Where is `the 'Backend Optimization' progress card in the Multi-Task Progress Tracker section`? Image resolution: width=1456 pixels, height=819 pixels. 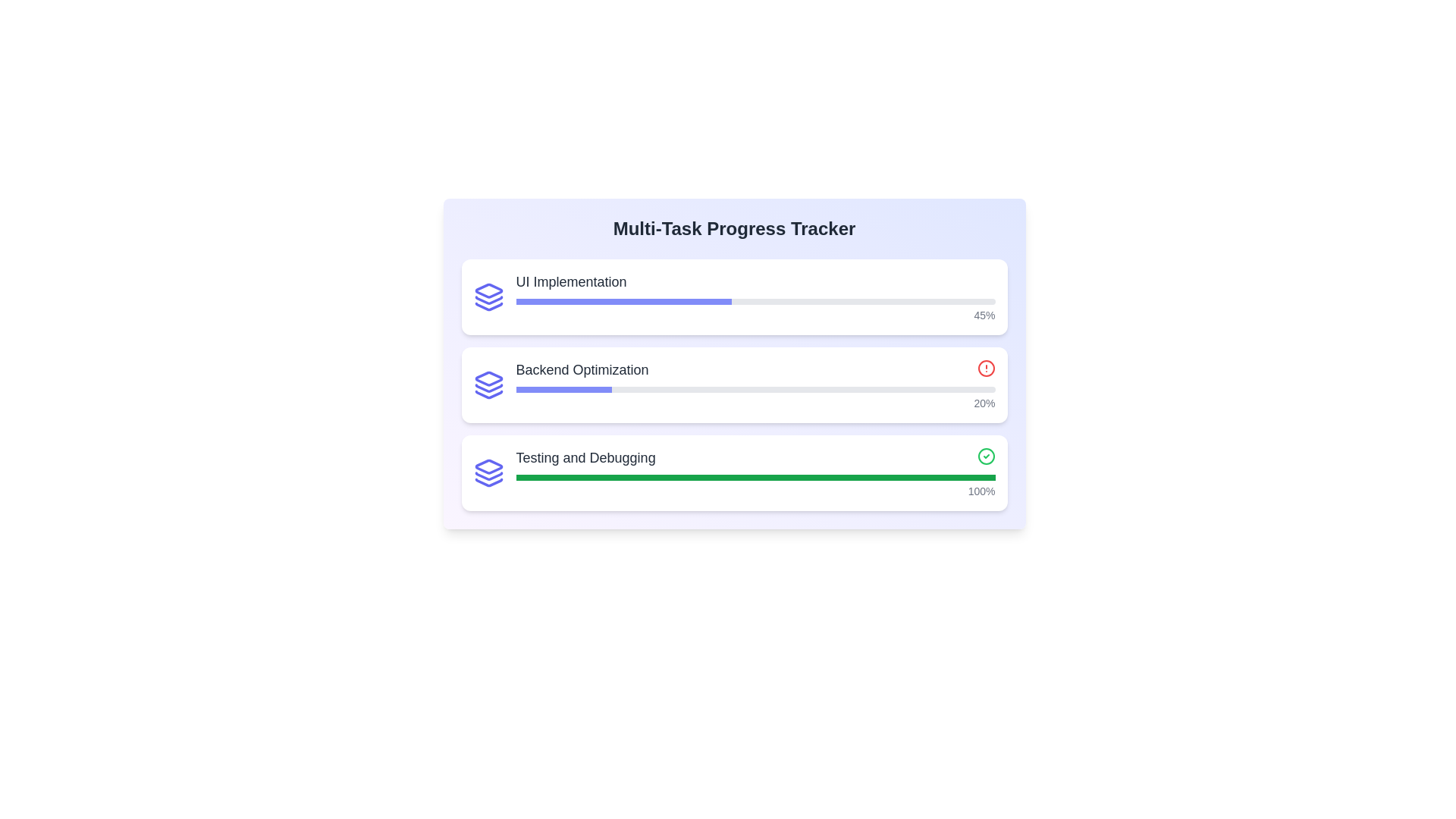
the 'Backend Optimization' progress card in the Multi-Task Progress Tracker section is located at coordinates (734, 363).